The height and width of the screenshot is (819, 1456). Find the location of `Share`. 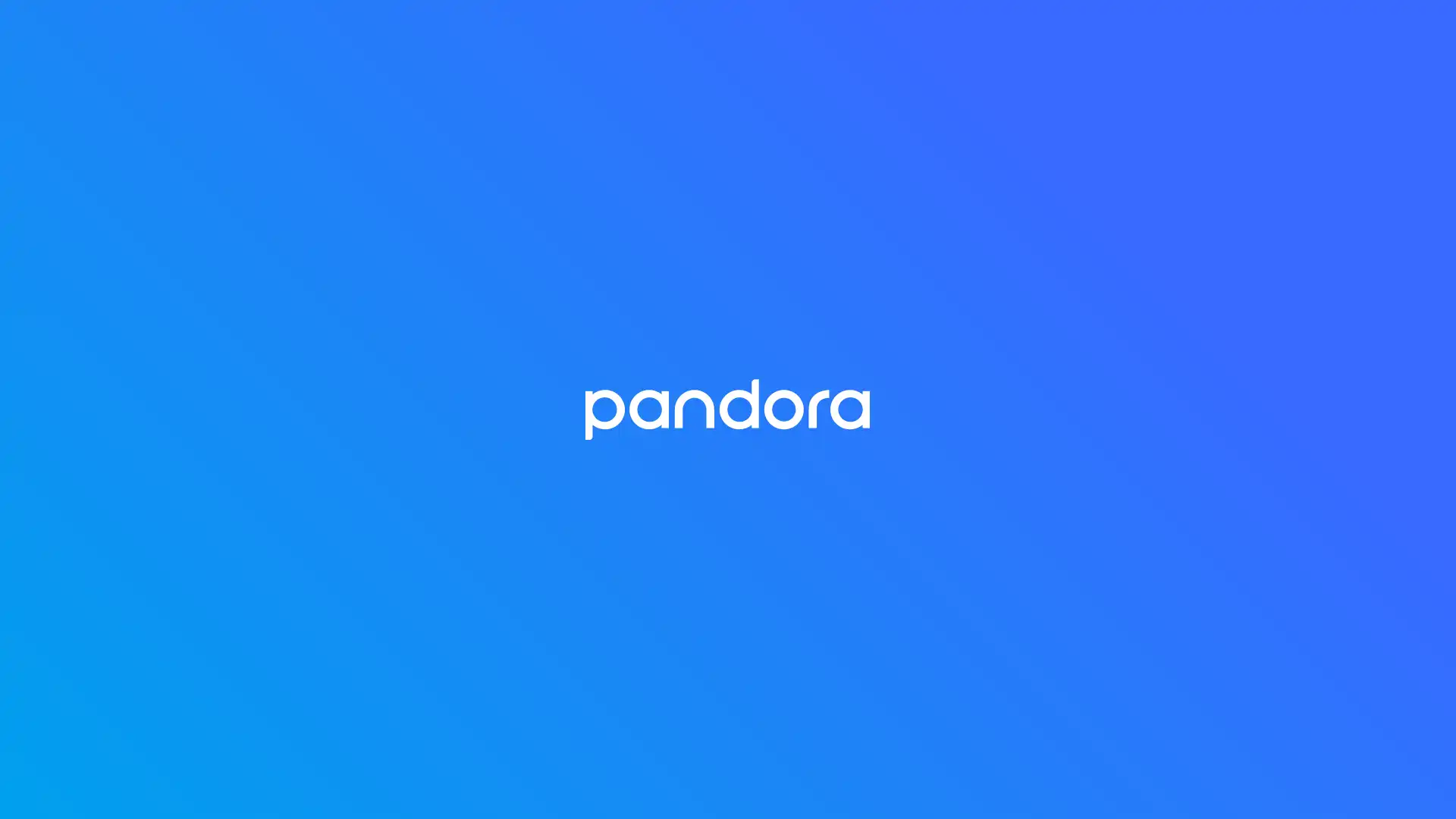

Share is located at coordinates (405, 494).